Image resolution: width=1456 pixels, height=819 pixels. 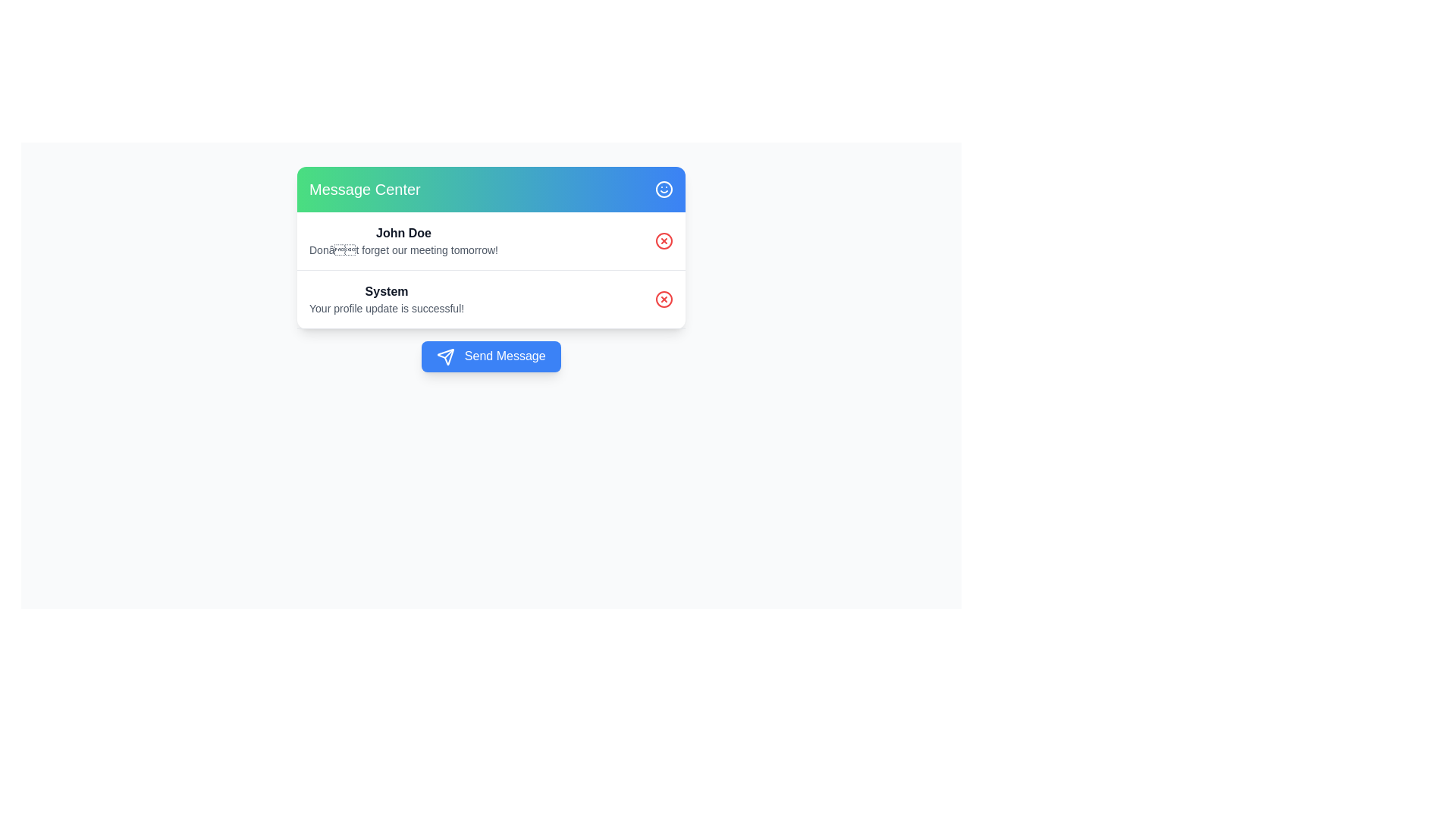 What do you see at coordinates (664, 189) in the screenshot?
I see `the circular graphic component of the smiling face icon, which is part of an SVG and located to the right of the 'Message Center' header` at bounding box center [664, 189].